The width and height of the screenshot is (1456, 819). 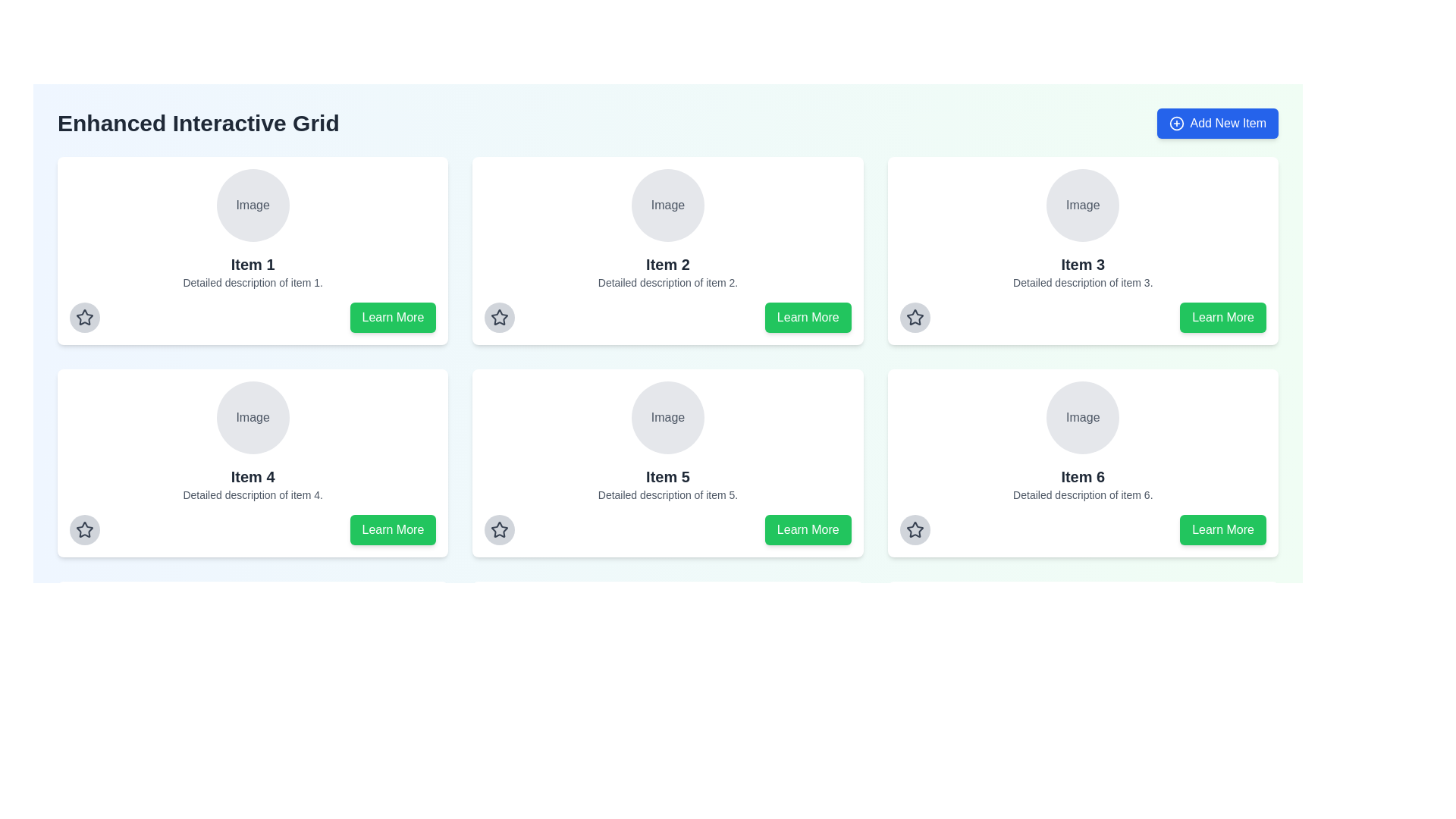 I want to click on the informational text located at the bottom section of the first card in the grid layout, directly below the heading 'Item 1' and above the 'Learn More' button, so click(x=253, y=283).